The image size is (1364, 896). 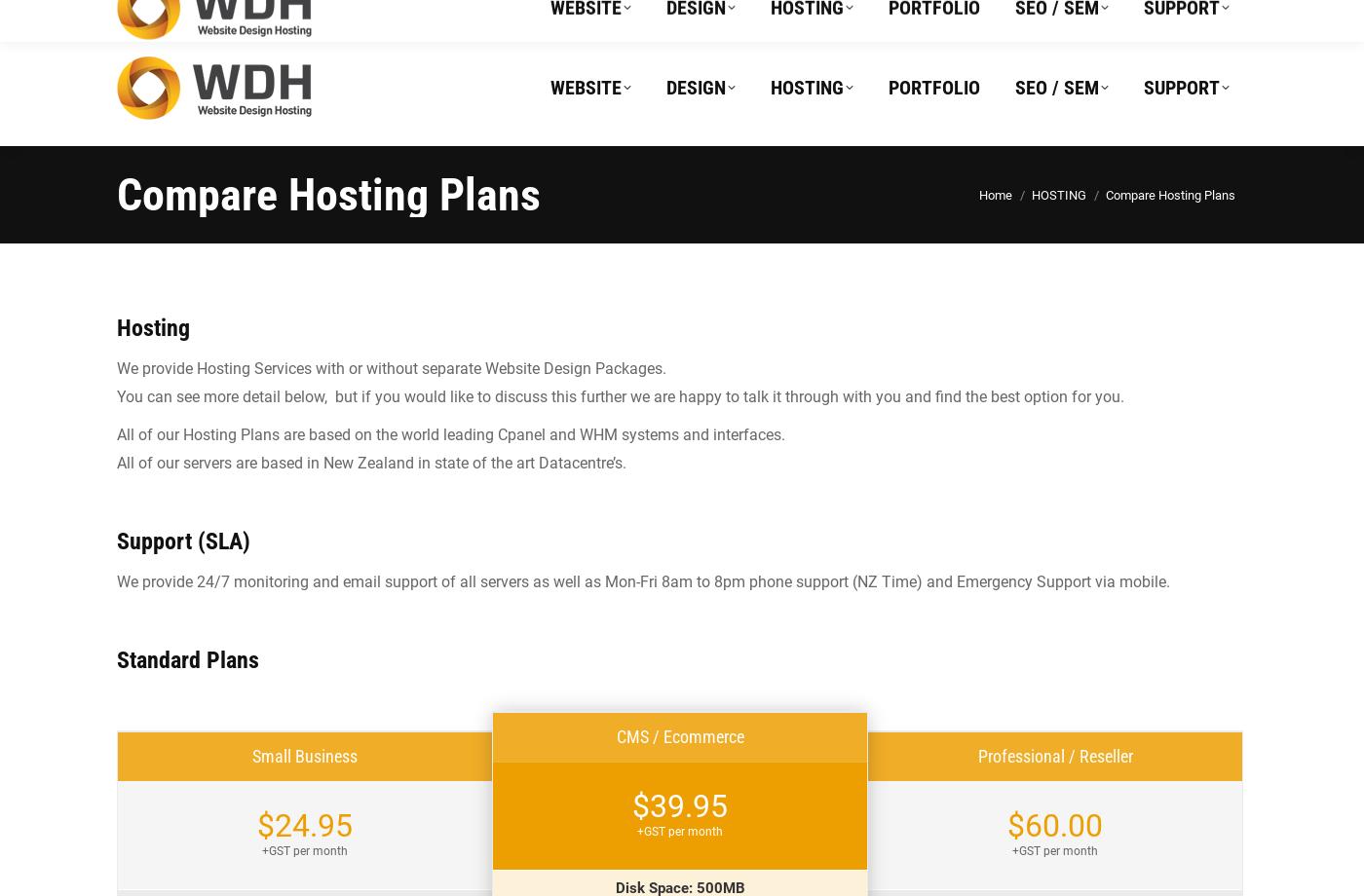 I want to click on 'Standard Plans', so click(x=116, y=659).